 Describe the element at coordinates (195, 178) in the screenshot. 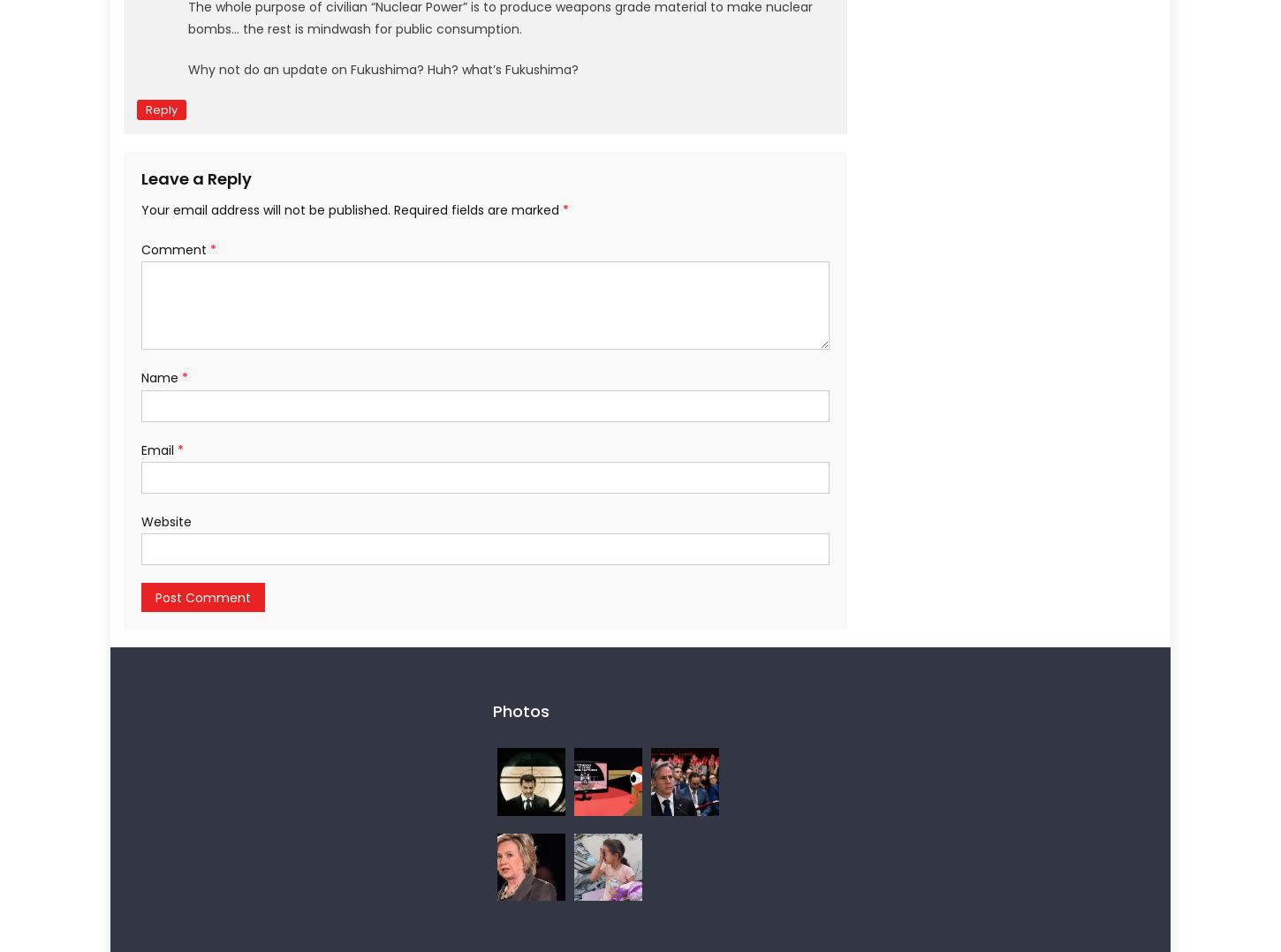

I see `'Leave a Reply'` at that location.